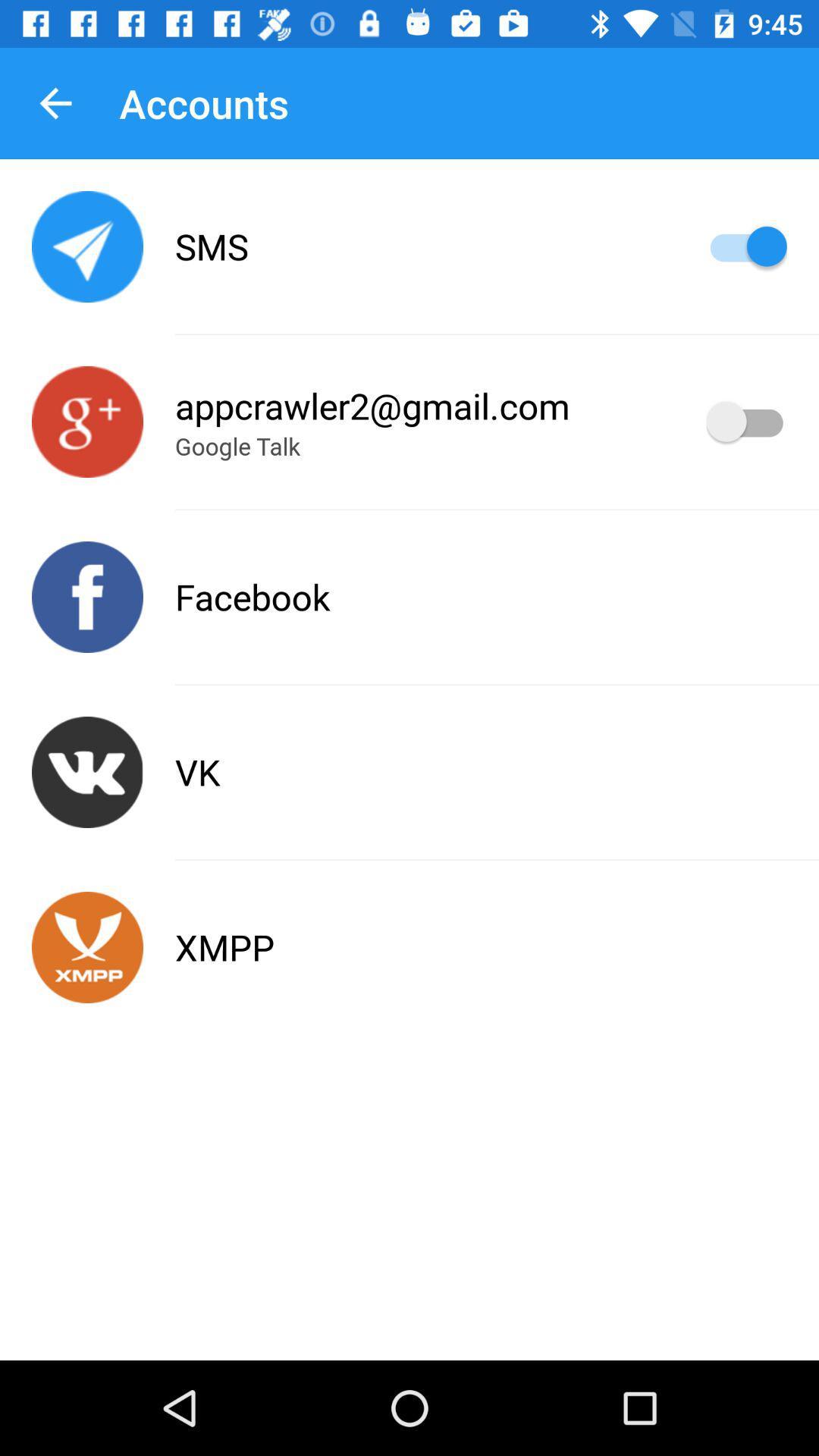 The height and width of the screenshot is (1456, 819). I want to click on account, so click(745, 422).